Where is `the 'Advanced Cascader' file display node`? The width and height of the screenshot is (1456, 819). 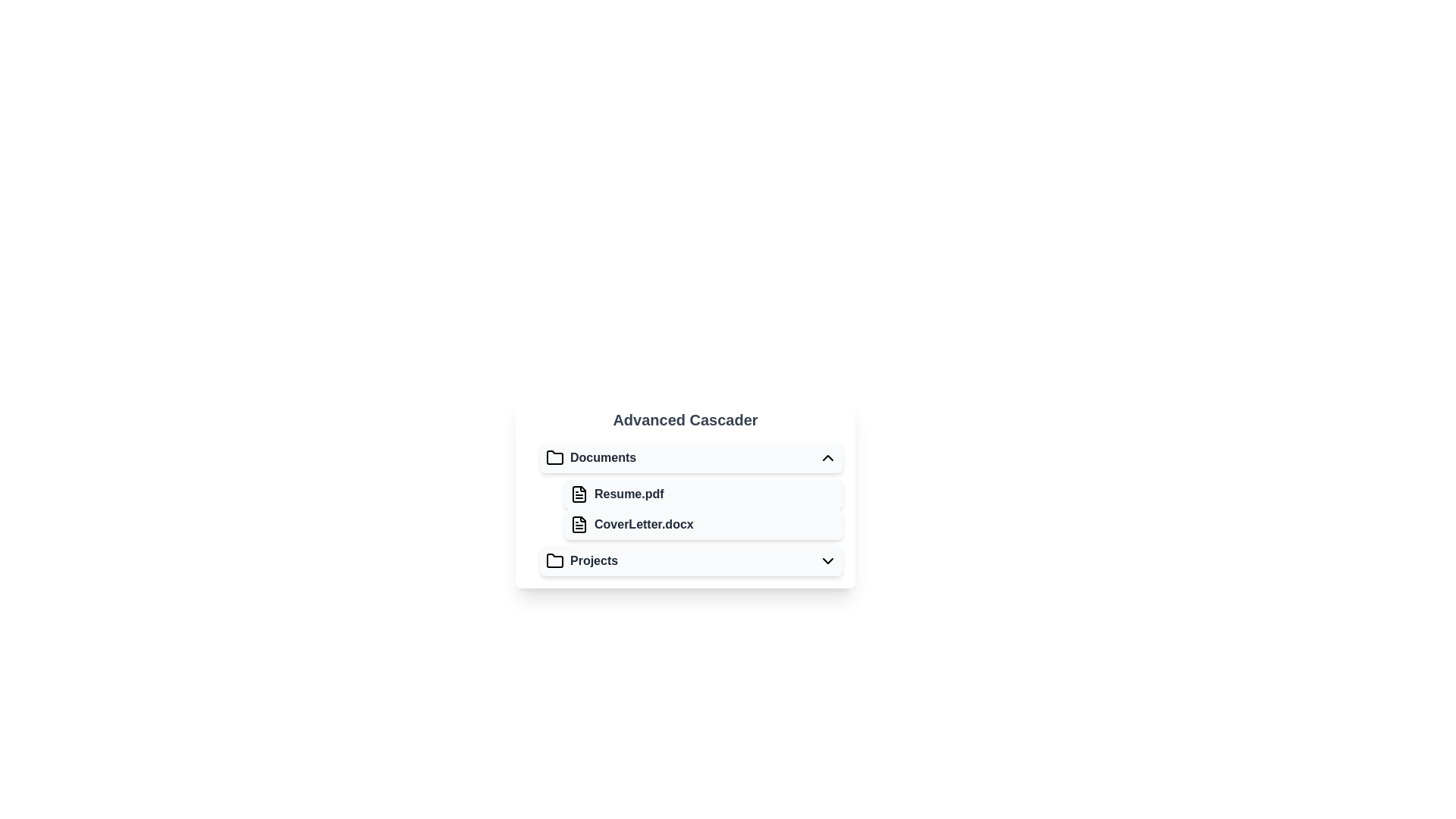 the 'Advanced Cascader' file display node is located at coordinates (684, 493).